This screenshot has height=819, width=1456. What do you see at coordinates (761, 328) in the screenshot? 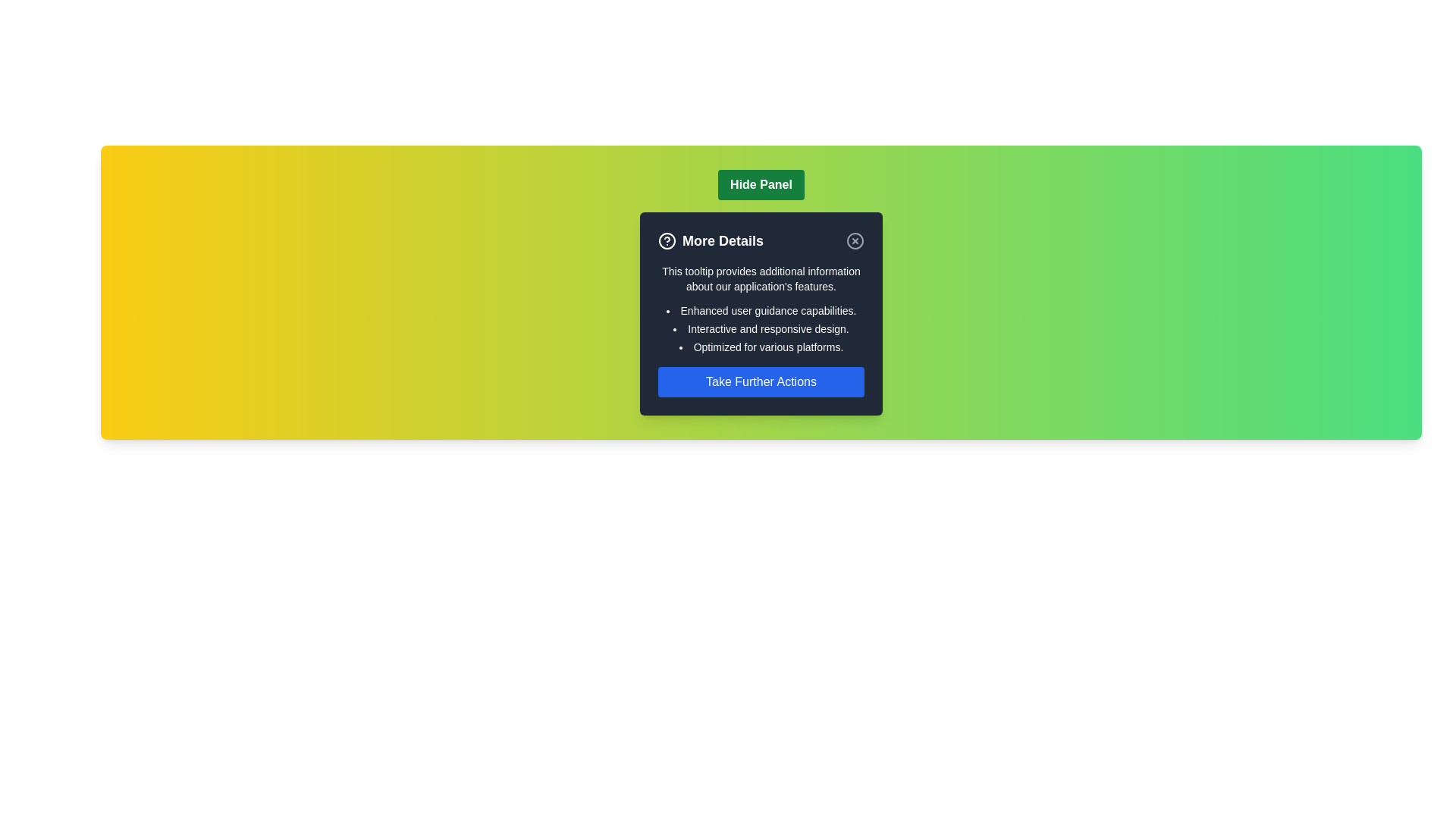
I see `the second bulleted list item containing the text 'Interactive and responsive design.'` at bounding box center [761, 328].